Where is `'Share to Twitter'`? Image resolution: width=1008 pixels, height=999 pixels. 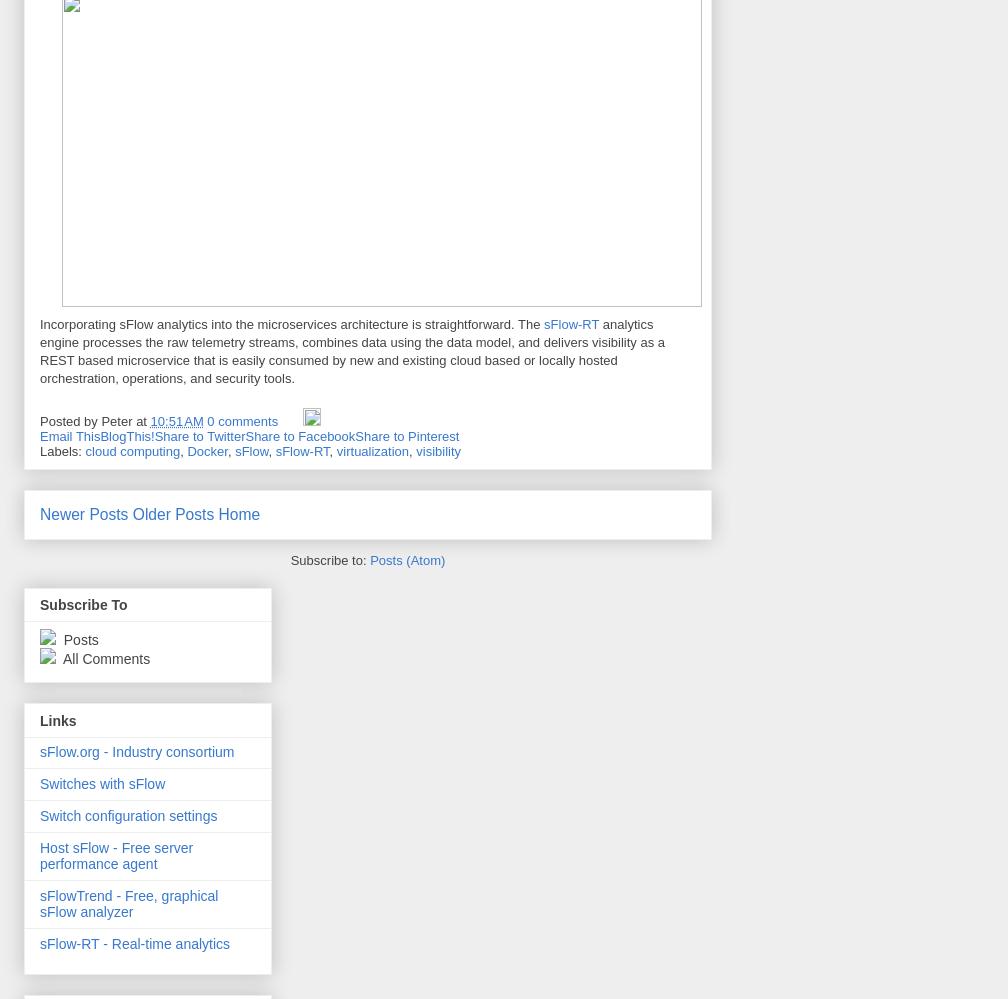
'Share to Twitter' is located at coordinates (199, 435).